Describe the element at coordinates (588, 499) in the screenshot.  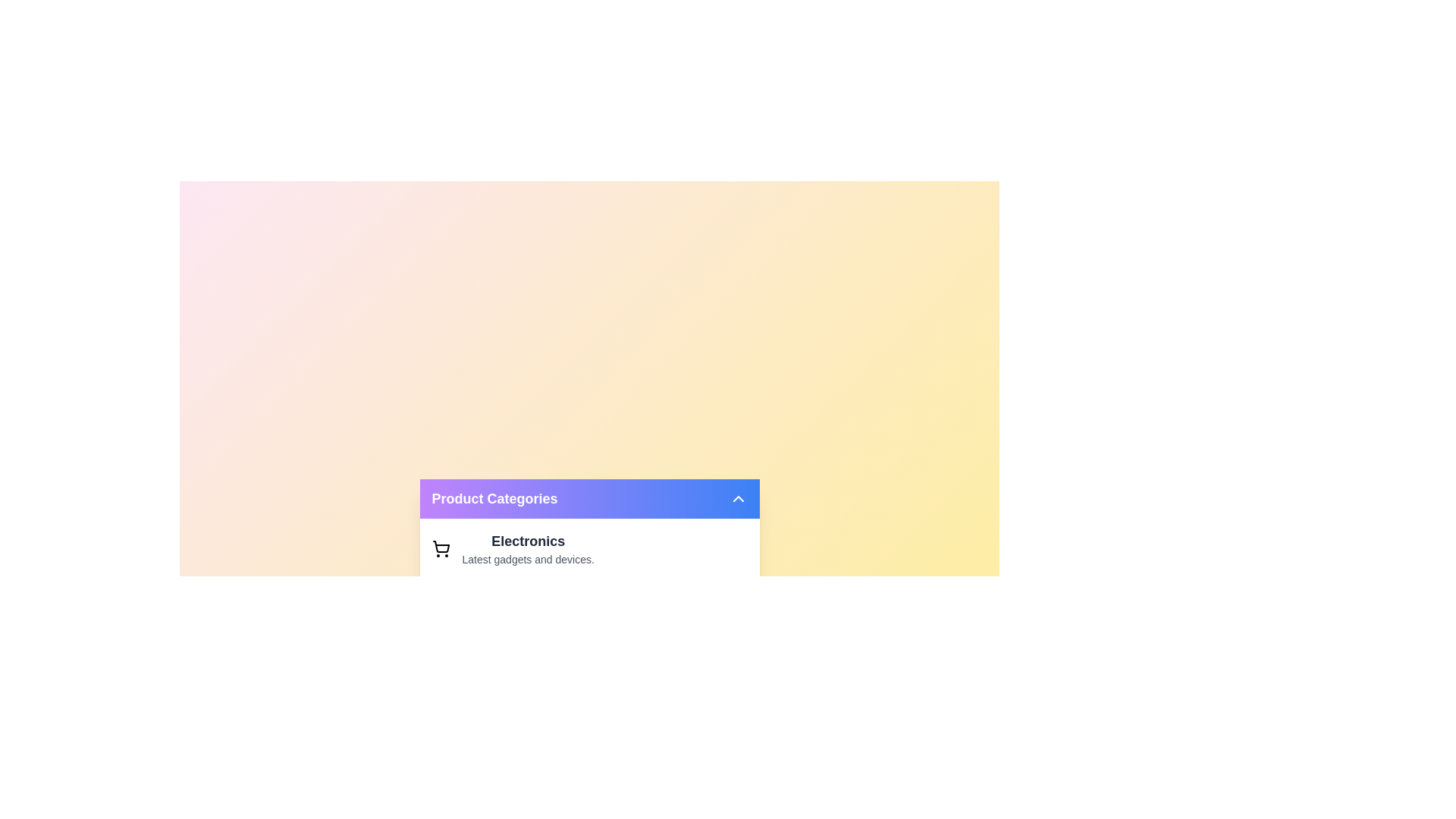
I see `the 'Product Categories' header button to toggle the visibility of the product category list` at that location.